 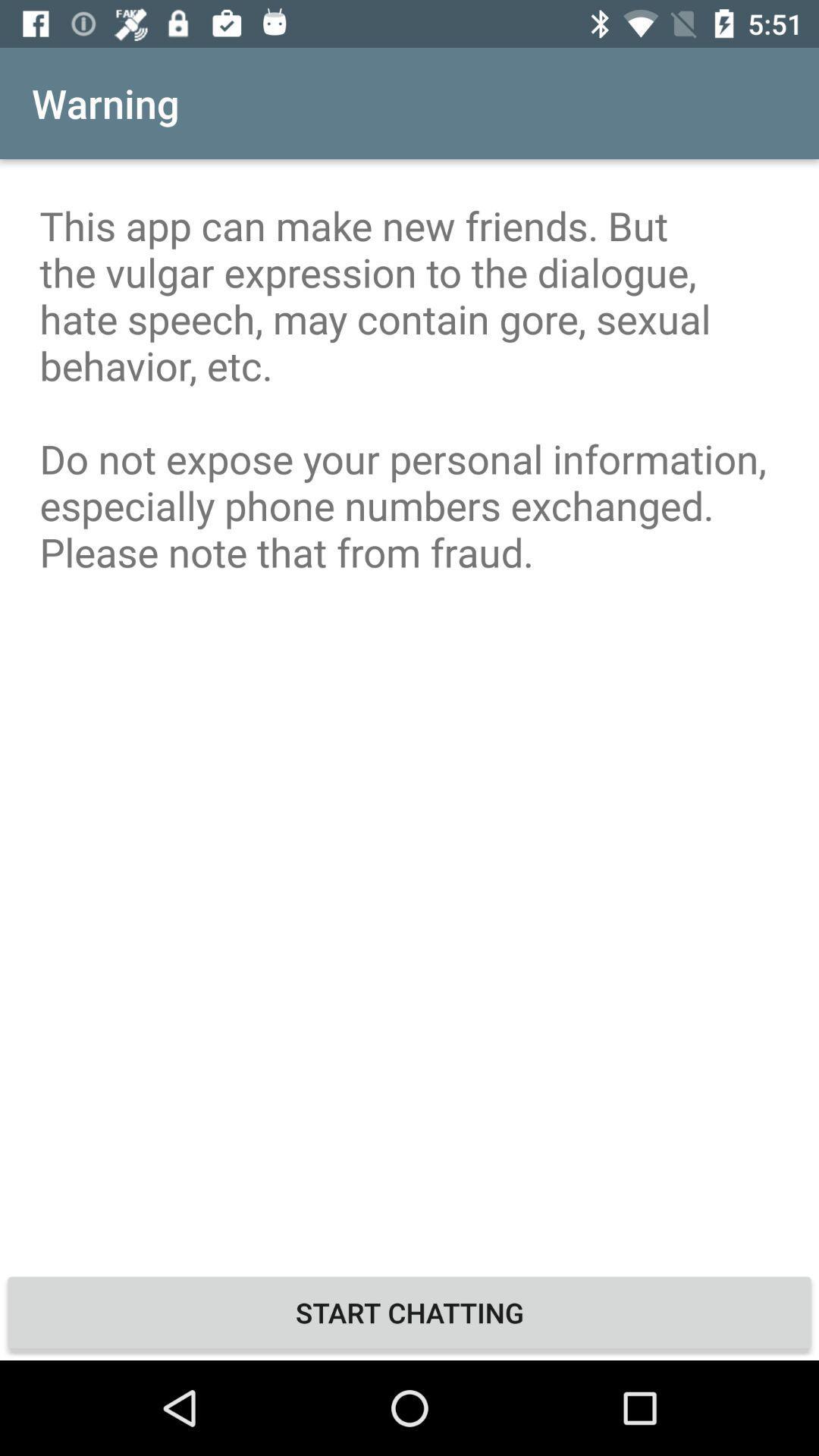 I want to click on the start chatting icon, so click(x=409, y=1312).